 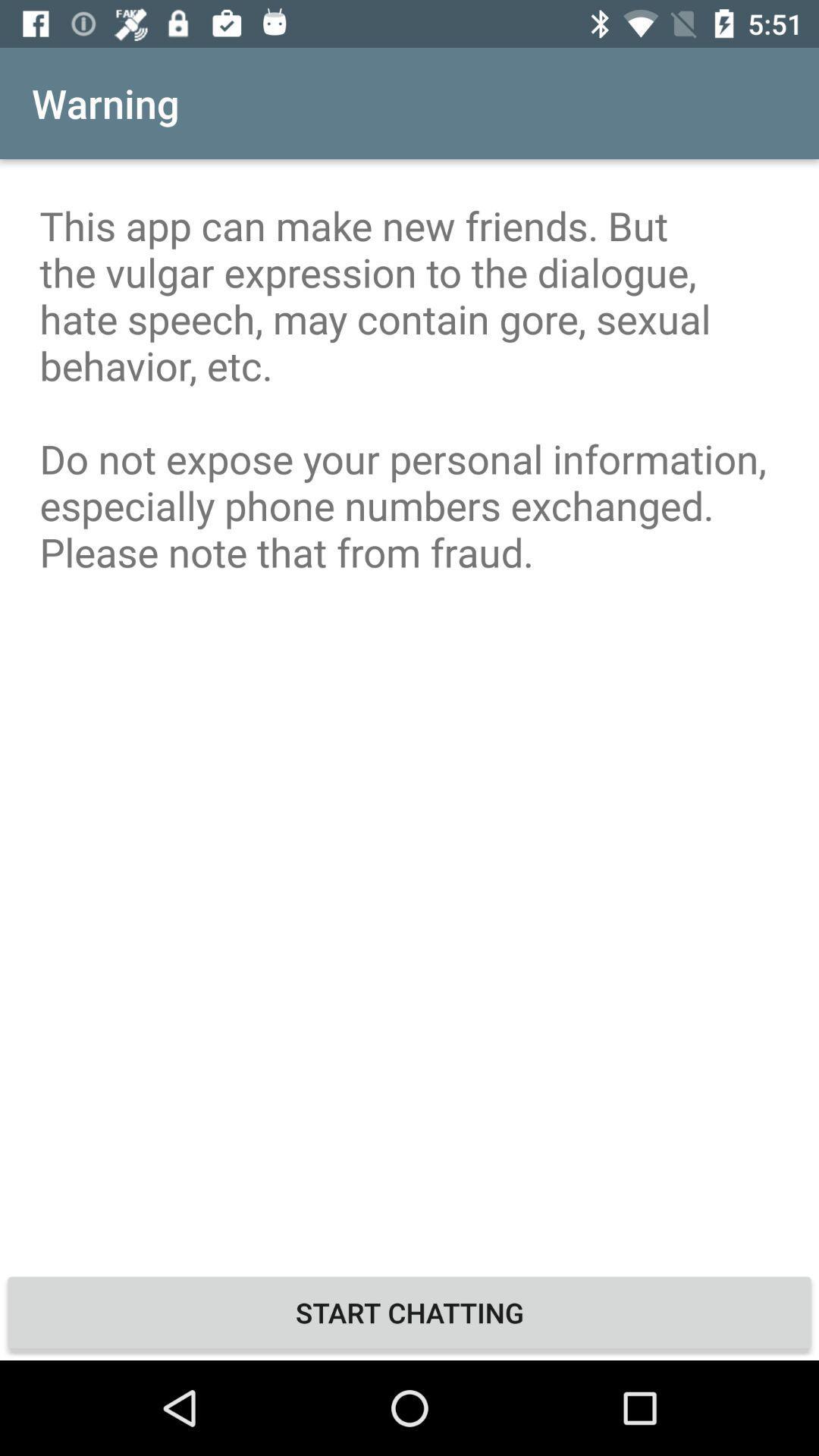 I want to click on the start chatting icon, so click(x=409, y=1312).